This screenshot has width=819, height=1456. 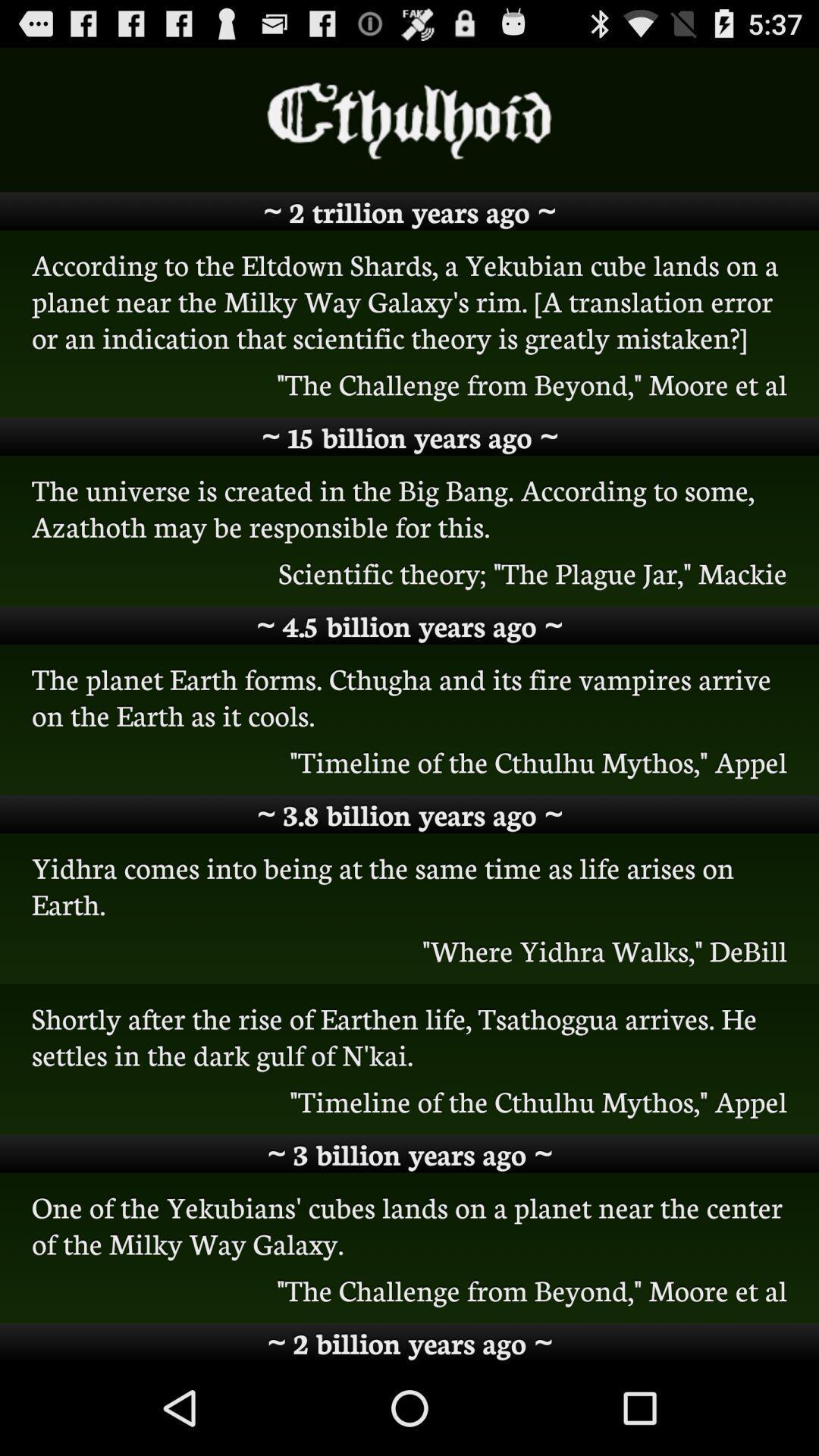 I want to click on the universe is, so click(x=409, y=507).